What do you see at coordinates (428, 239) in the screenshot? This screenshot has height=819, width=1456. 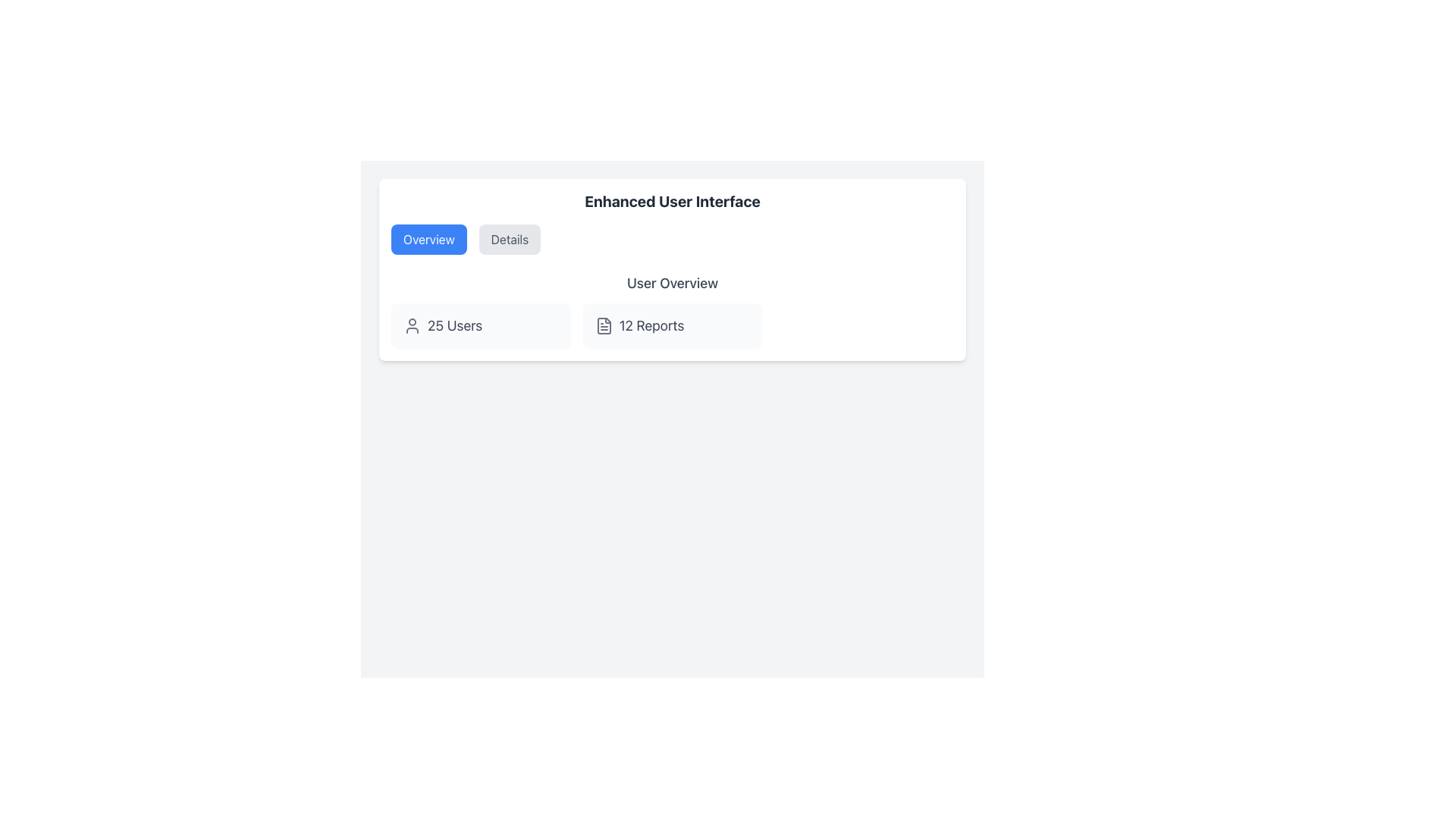 I see `the first button from the left in the navigation bar that toggles or displays content related to 'Overview' for a tooltip` at bounding box center [428, 239].